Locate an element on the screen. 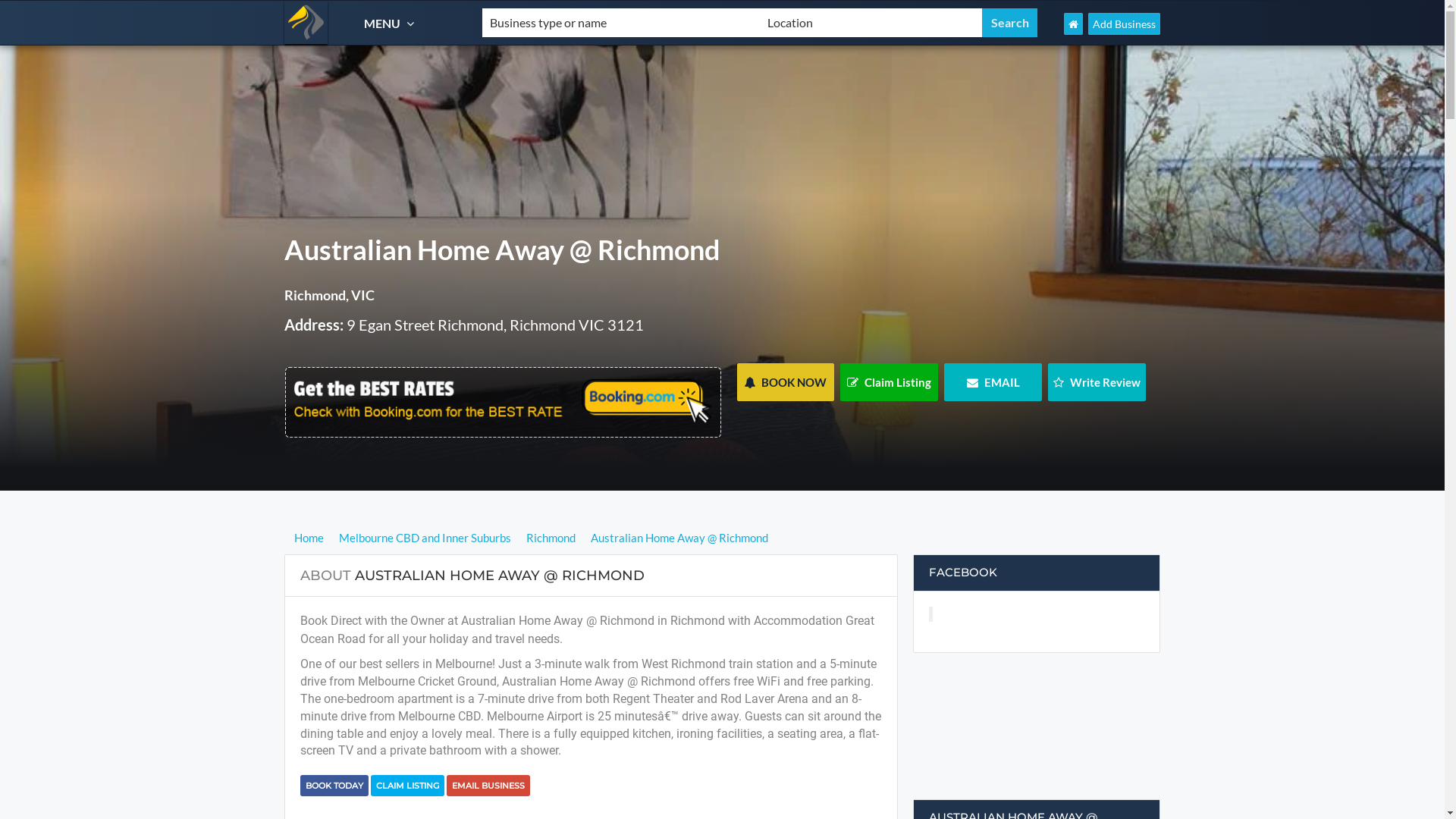 This screenshot has width=1456, height=819. ' EMAIL' is located at coordinates (943, 381).